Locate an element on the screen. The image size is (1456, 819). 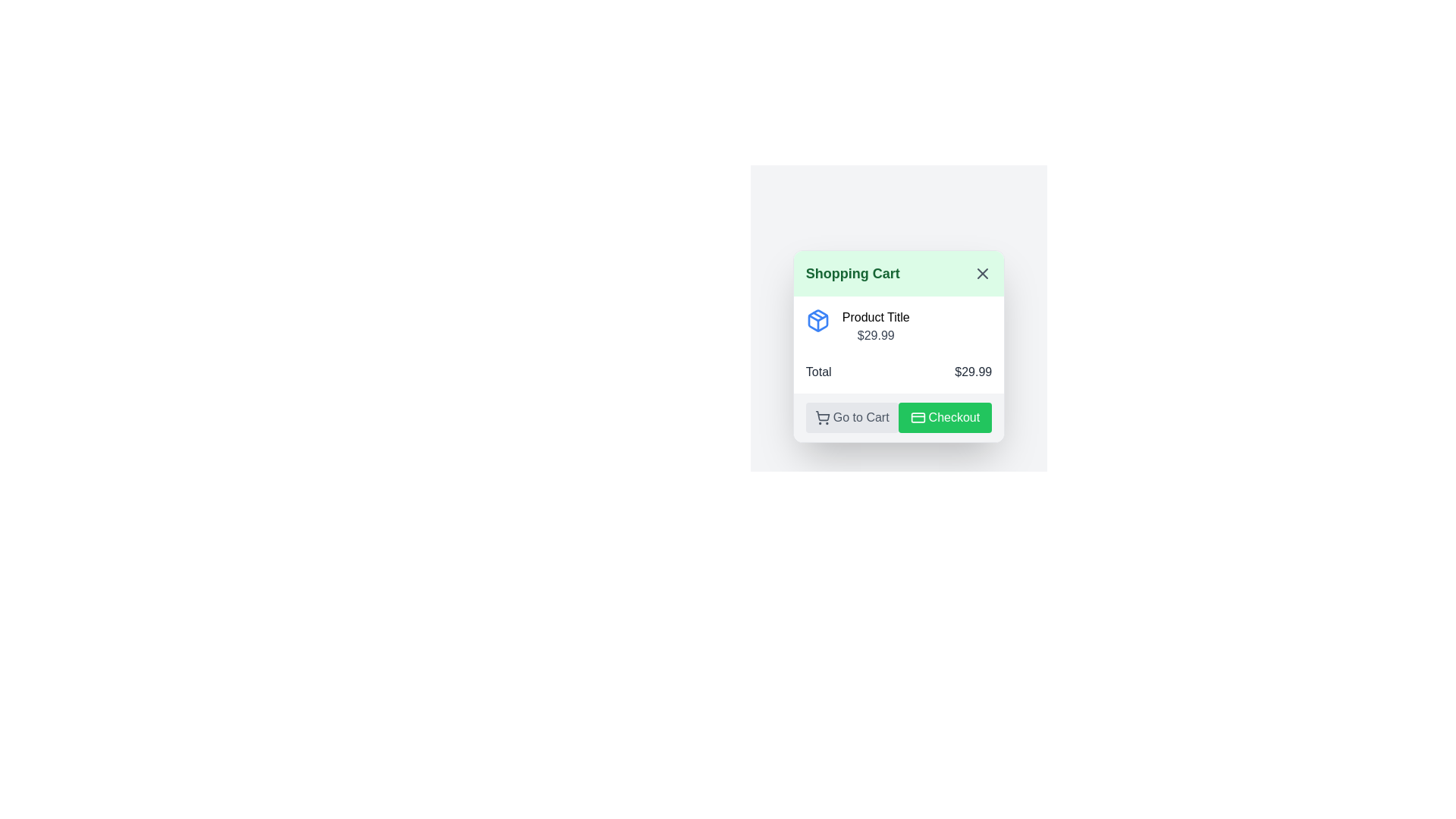
the green 'Checkout' button located at the bottom-right corner of the 'Shopping Cart' dialog box is located at coordinates (944, 418).